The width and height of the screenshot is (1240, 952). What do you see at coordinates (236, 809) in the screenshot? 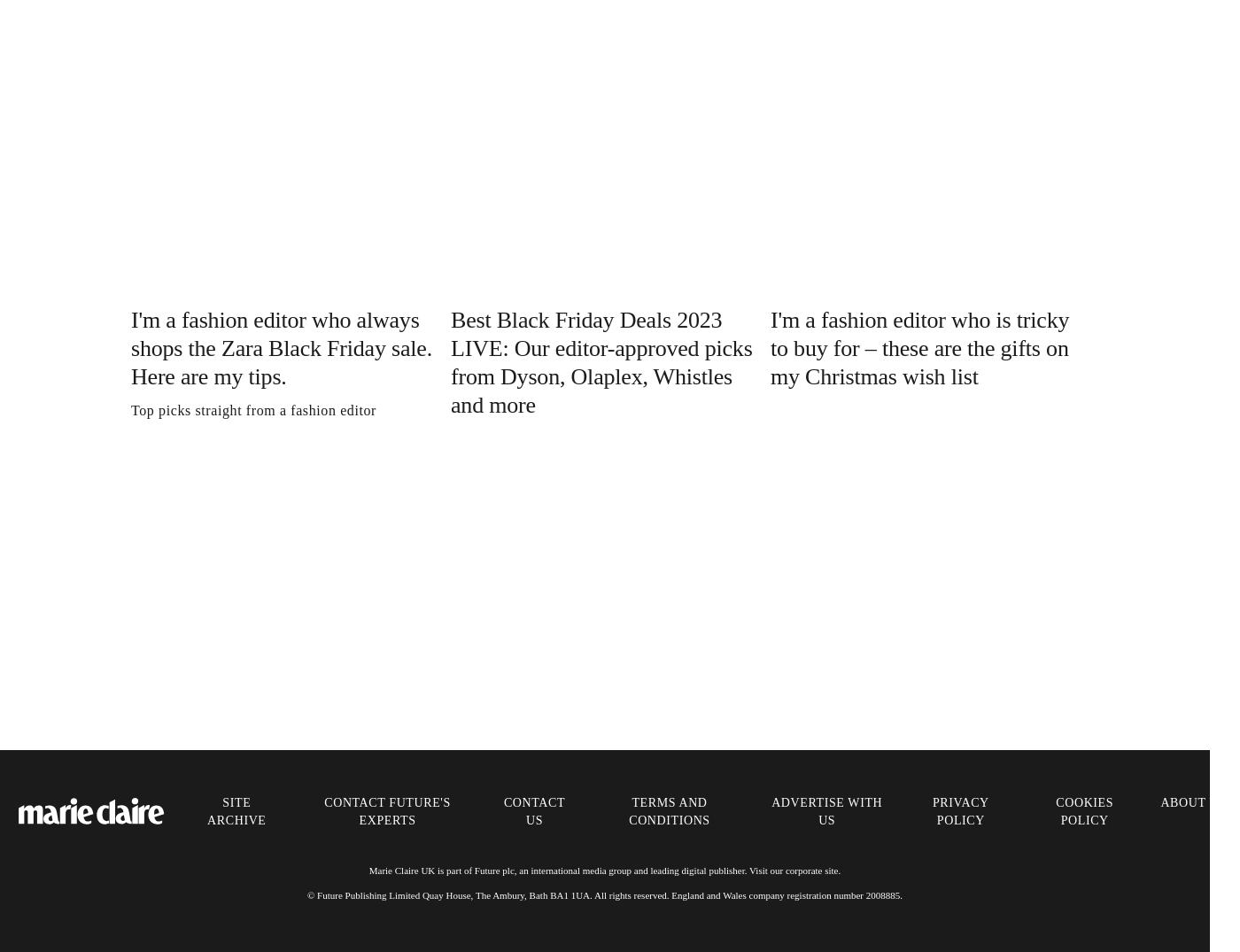
I see `'Site Archive'` at bounding box center [236, 809].